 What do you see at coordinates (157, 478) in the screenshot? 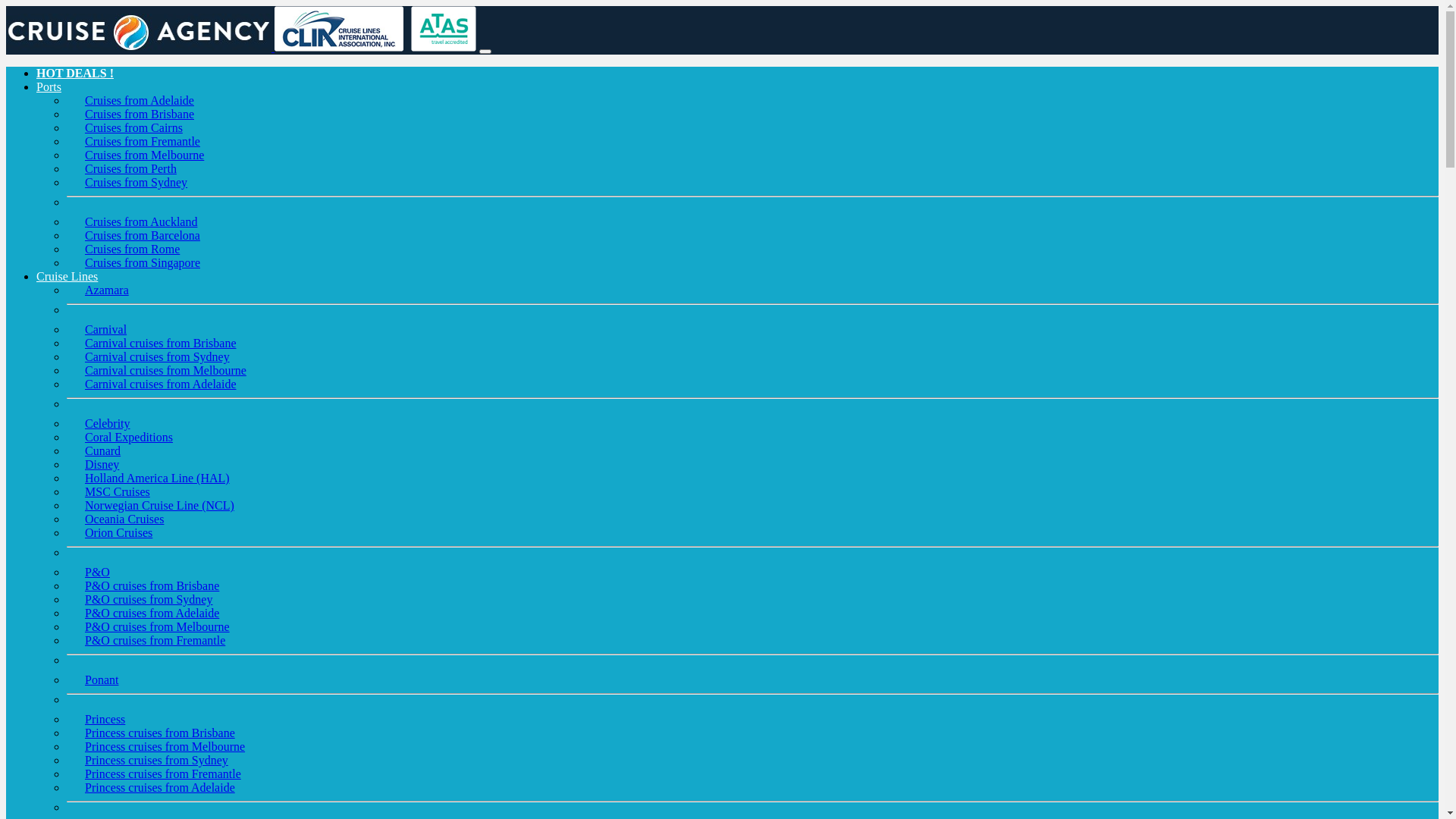
I see `'Holland America Line (HAL)'` at bounding box center [157, 478].